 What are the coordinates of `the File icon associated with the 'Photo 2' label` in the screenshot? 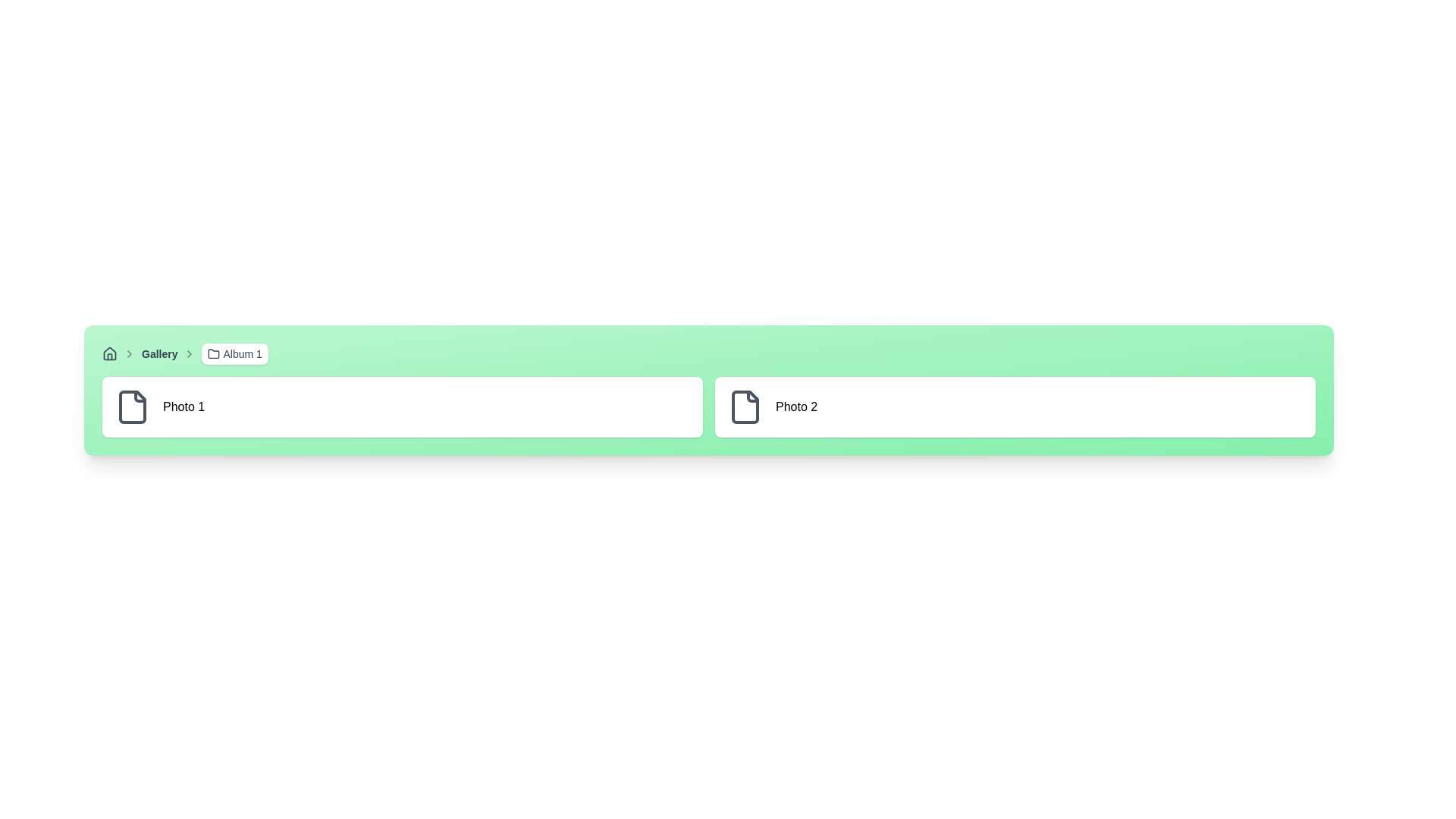 It's located at (745, 406).